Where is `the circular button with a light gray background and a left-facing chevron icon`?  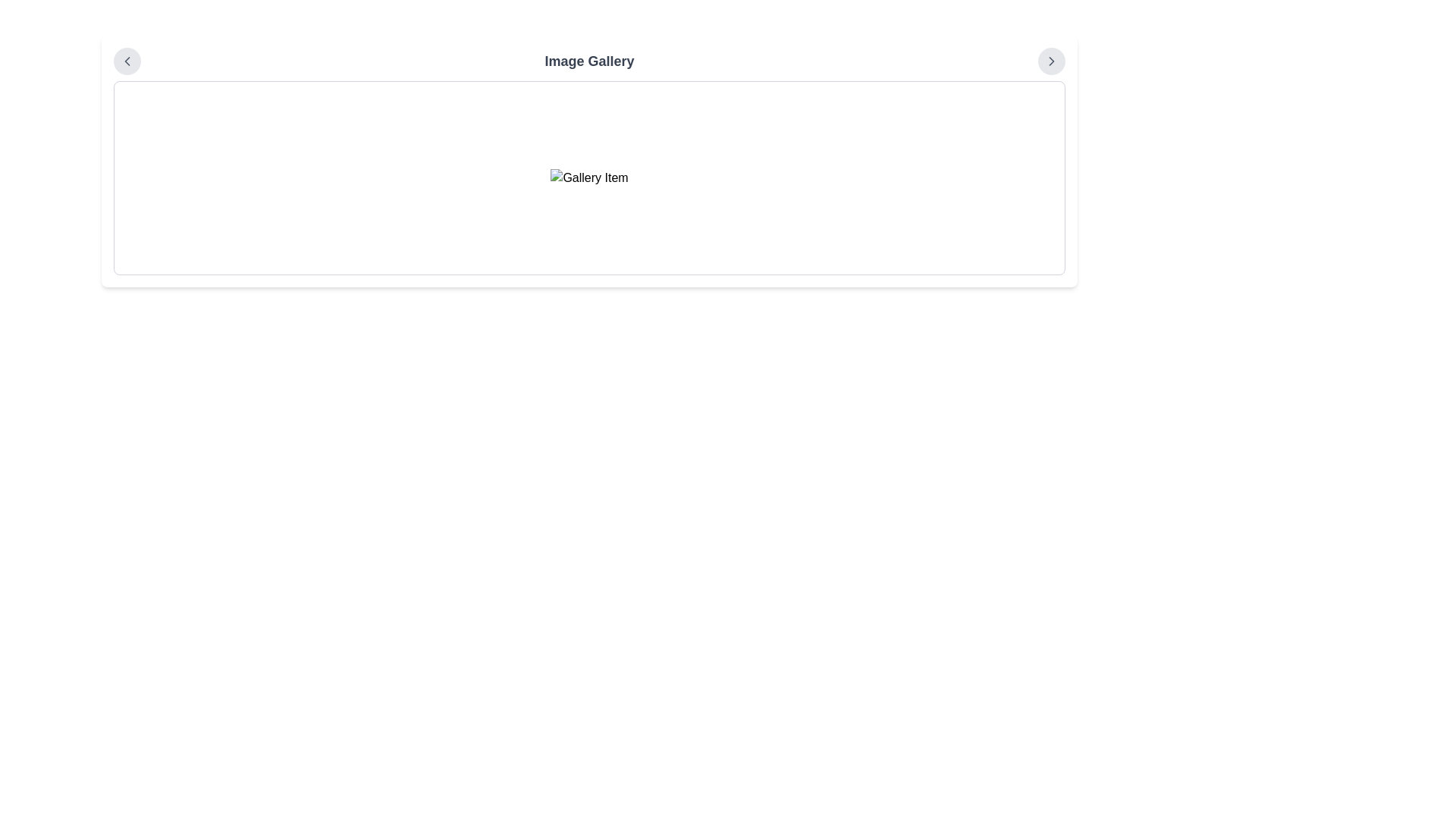 the circular button with a light gray background and a left-facing chevron icon is located at coordinates (127, 61).